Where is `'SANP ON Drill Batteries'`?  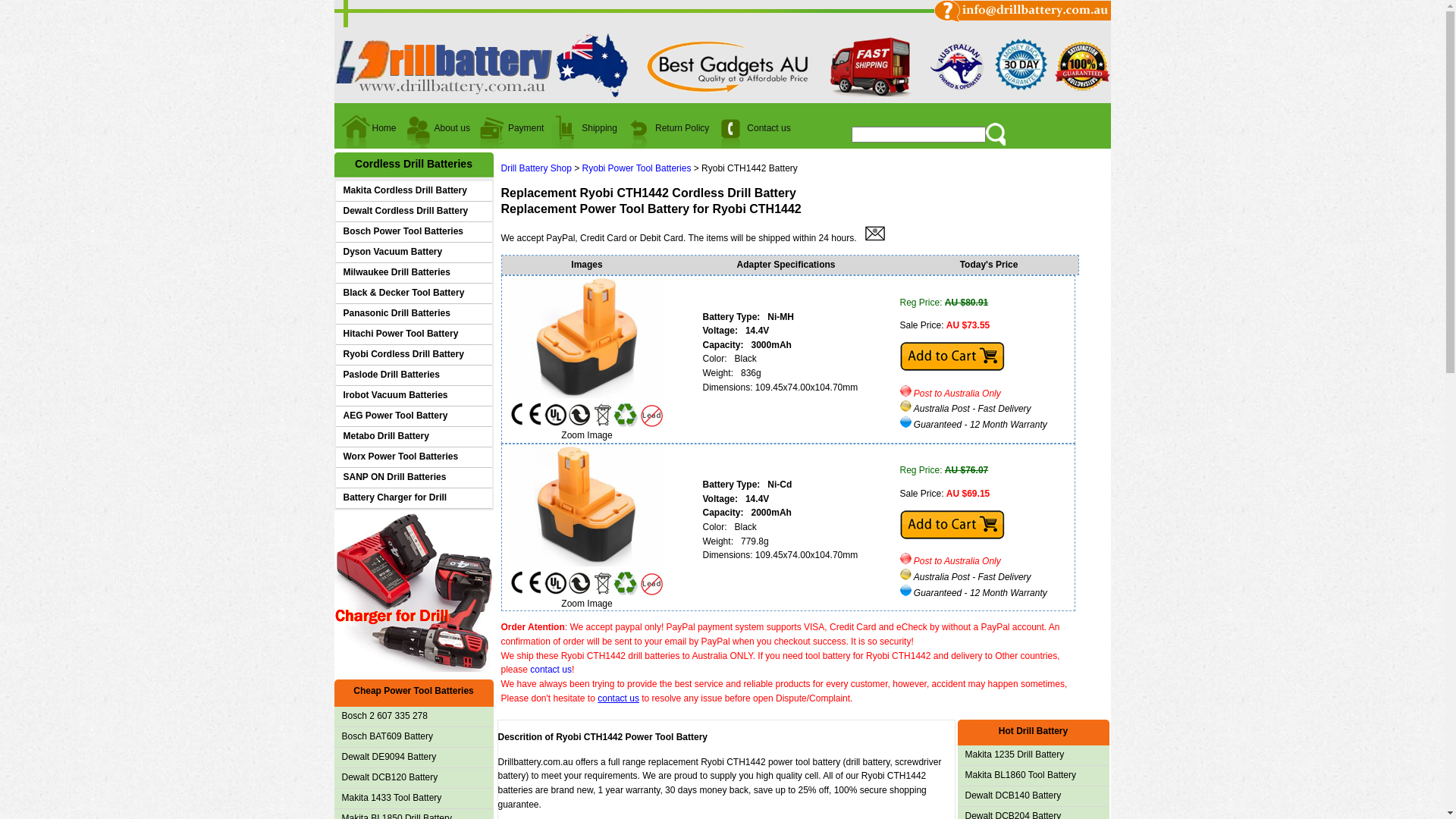
'SANP ON Drill Batteries' is located at coordinates (413, 476).